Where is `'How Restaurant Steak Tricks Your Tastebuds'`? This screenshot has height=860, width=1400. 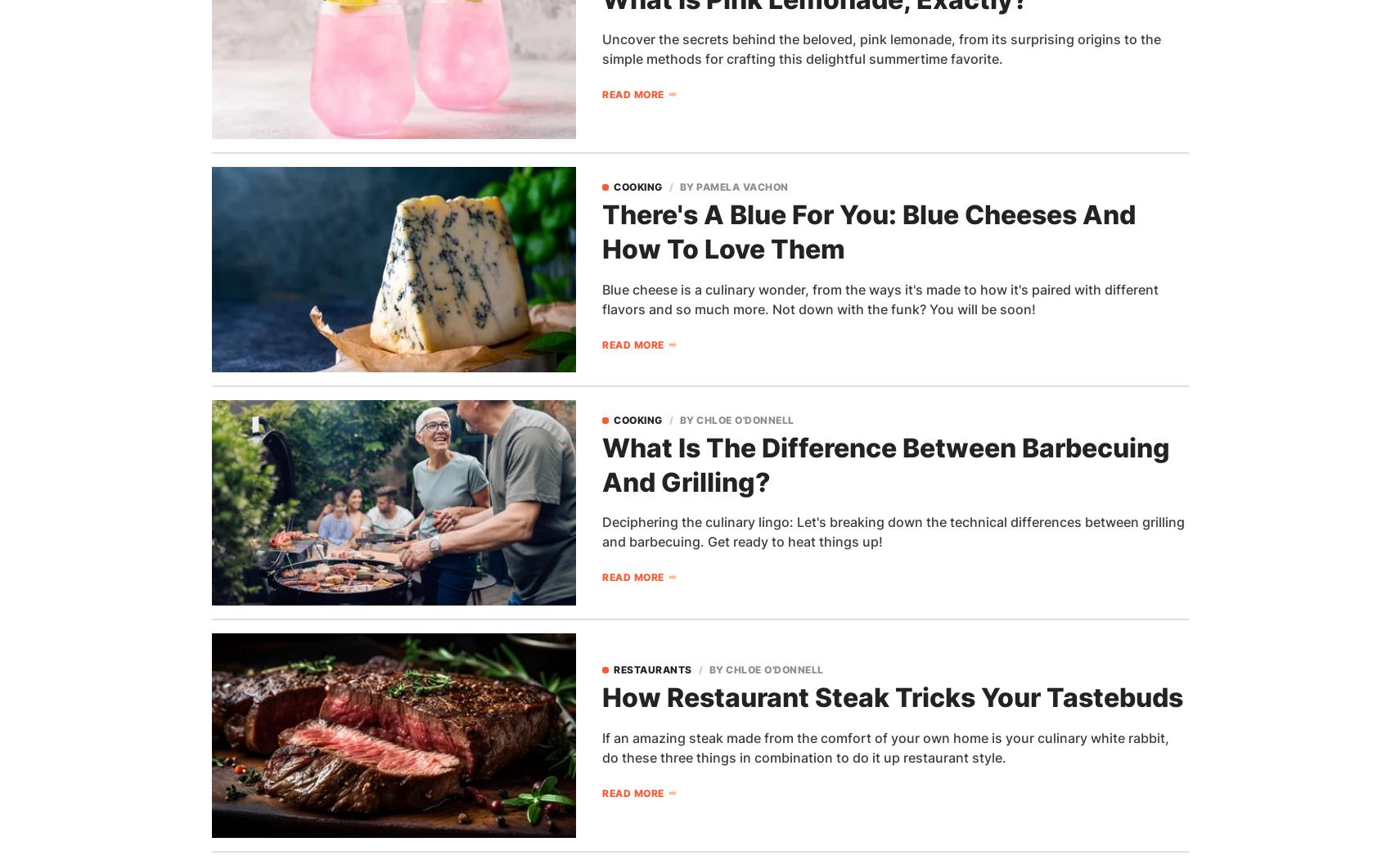 'How Restaurant Steak Tricks Your Tastebuds' is located at coordinates (892, 696).